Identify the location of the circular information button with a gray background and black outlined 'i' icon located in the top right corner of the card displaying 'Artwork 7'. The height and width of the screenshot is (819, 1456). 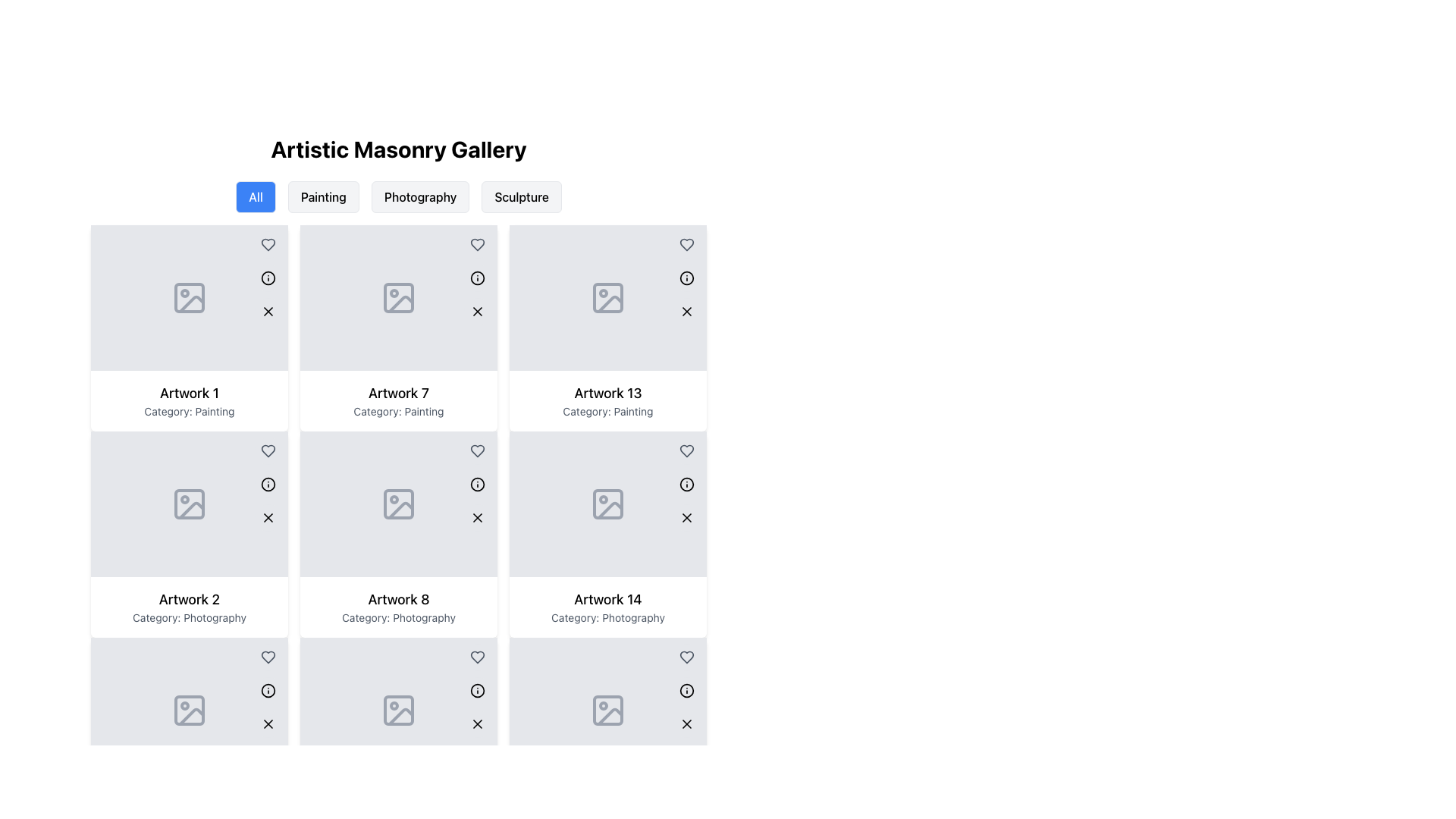
(476, 278).